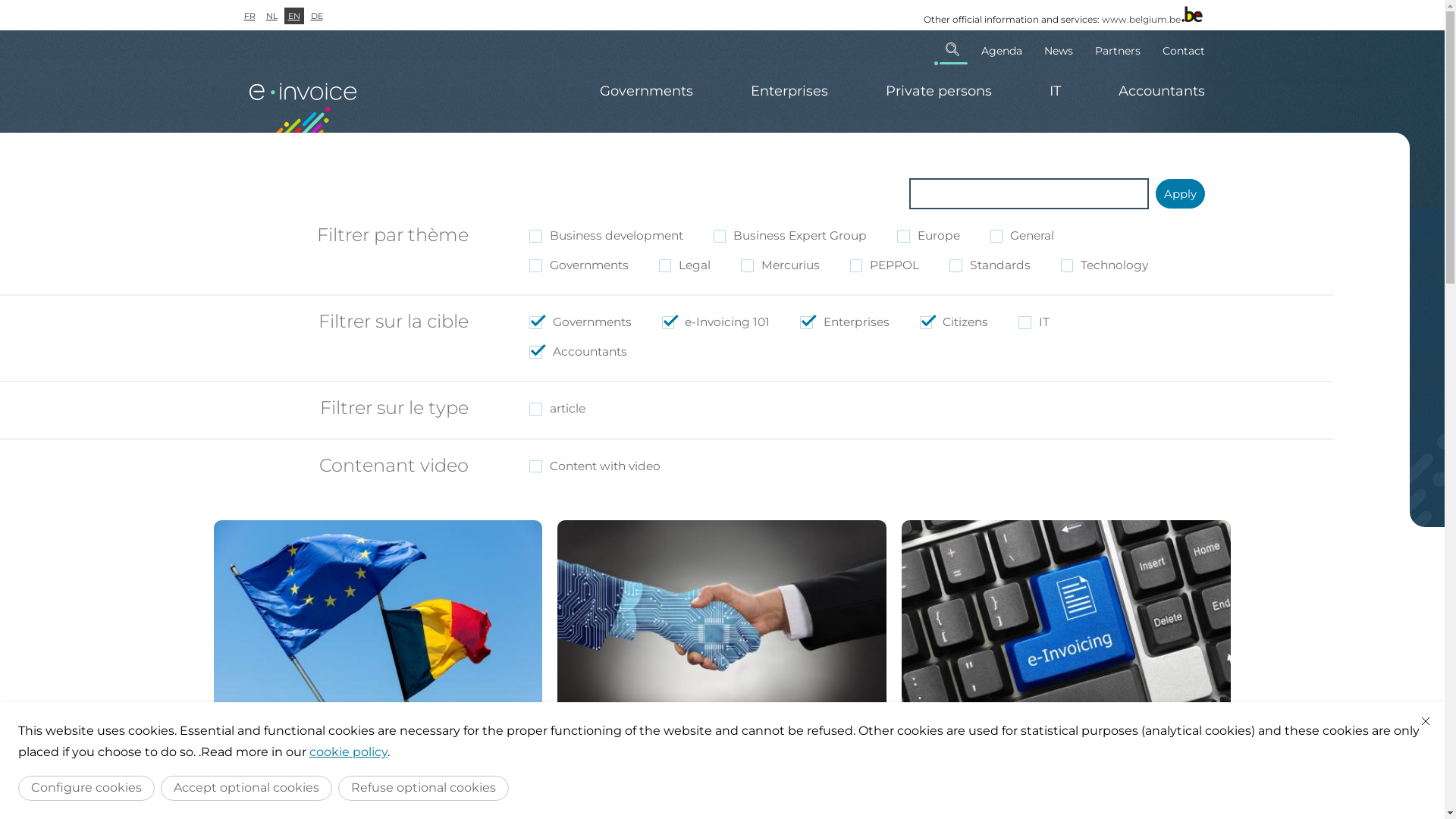  I want to click on 'Configure cookies', so click(86, 787).